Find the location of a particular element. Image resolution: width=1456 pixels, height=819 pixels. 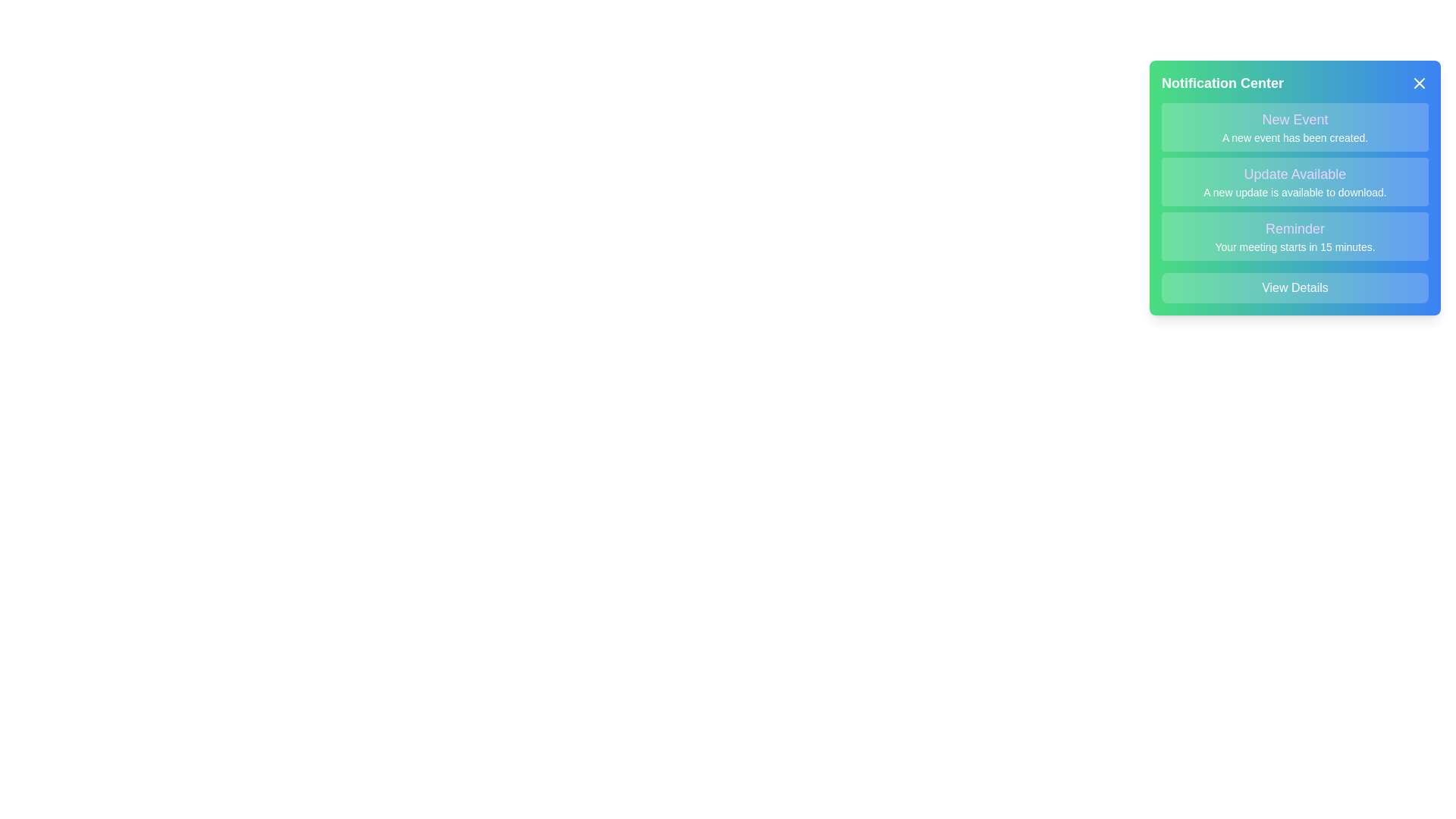

the 'View Details' button to expand the details is located at coordinates (1294, 288).